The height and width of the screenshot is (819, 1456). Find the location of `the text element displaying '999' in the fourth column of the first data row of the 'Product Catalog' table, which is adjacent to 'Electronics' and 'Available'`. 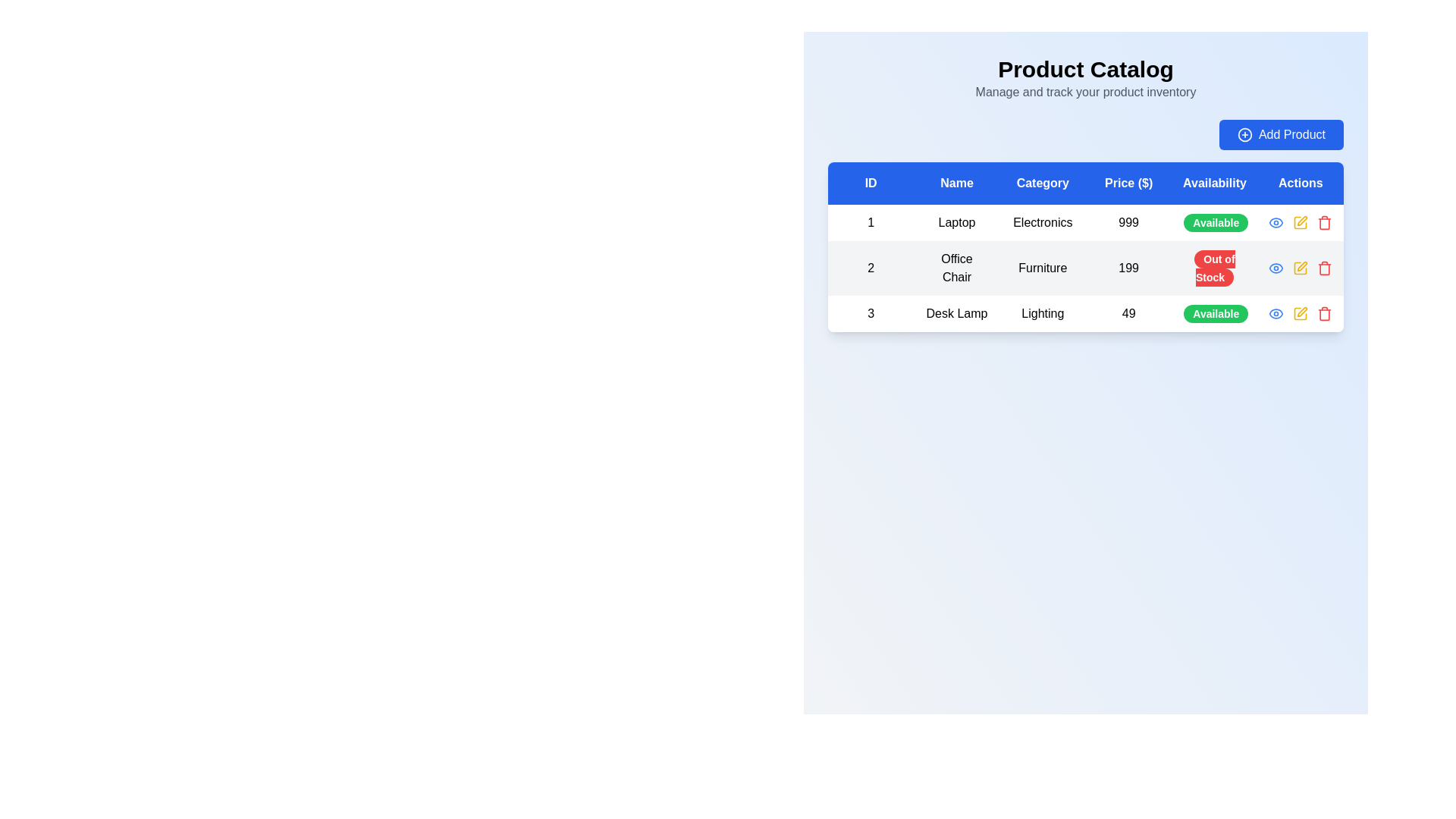

the text element displaying '999' in the fourth column of the first data row of the 'Product Catalog' table, which is adjacent to 'Electronics' and 'Available' is located at coordinates (1128, 222).